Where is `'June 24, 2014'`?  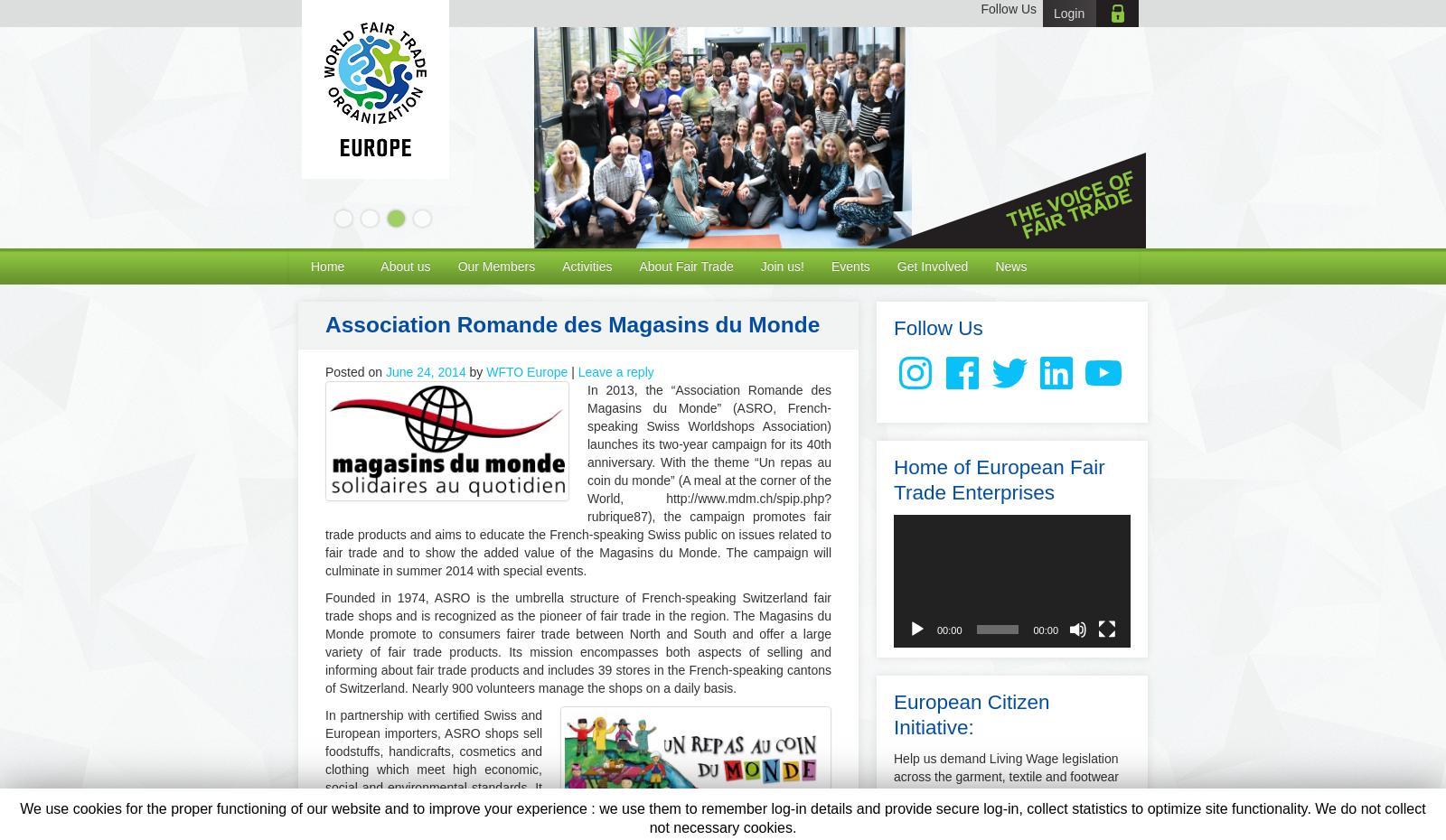 'June 24, 2014' is located at coordinates (424, 371).